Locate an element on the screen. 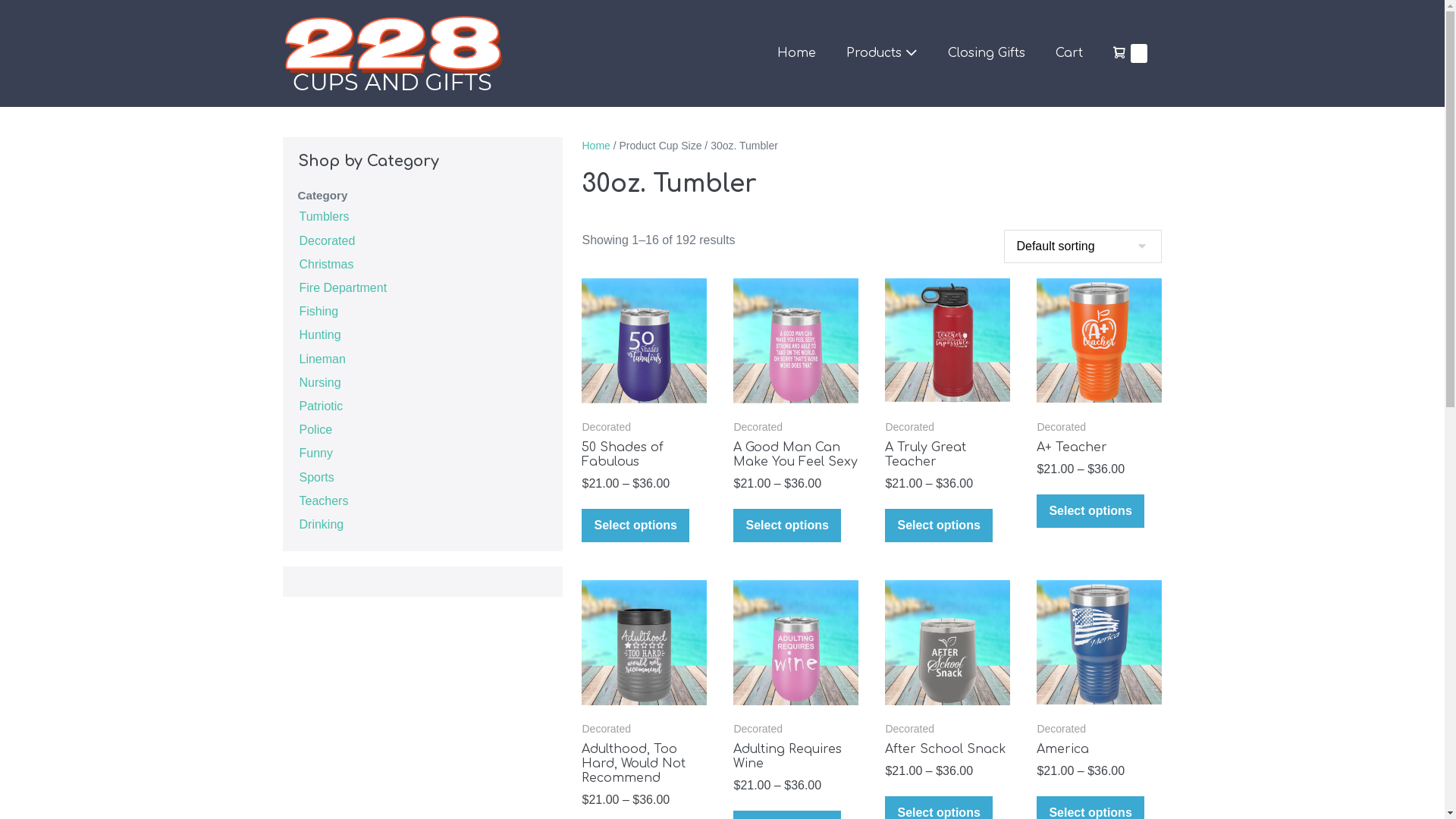 The width and height of the screenshot is (1456, 819). 'A+ Teacher' is located at coordinates (1036, 447).